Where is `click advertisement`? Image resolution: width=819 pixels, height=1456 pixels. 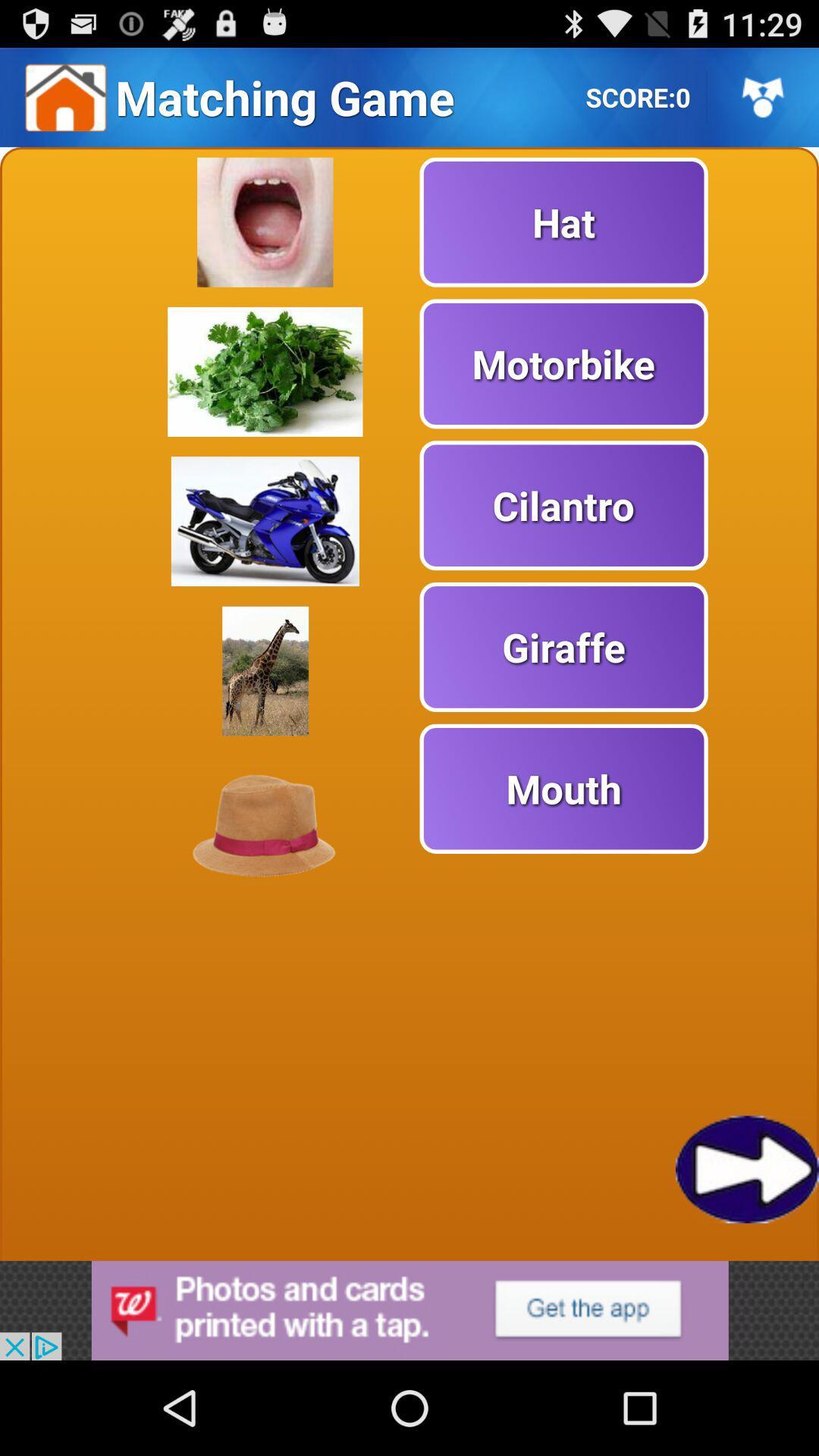 click advertisement is located at coordinates (409, 1310).